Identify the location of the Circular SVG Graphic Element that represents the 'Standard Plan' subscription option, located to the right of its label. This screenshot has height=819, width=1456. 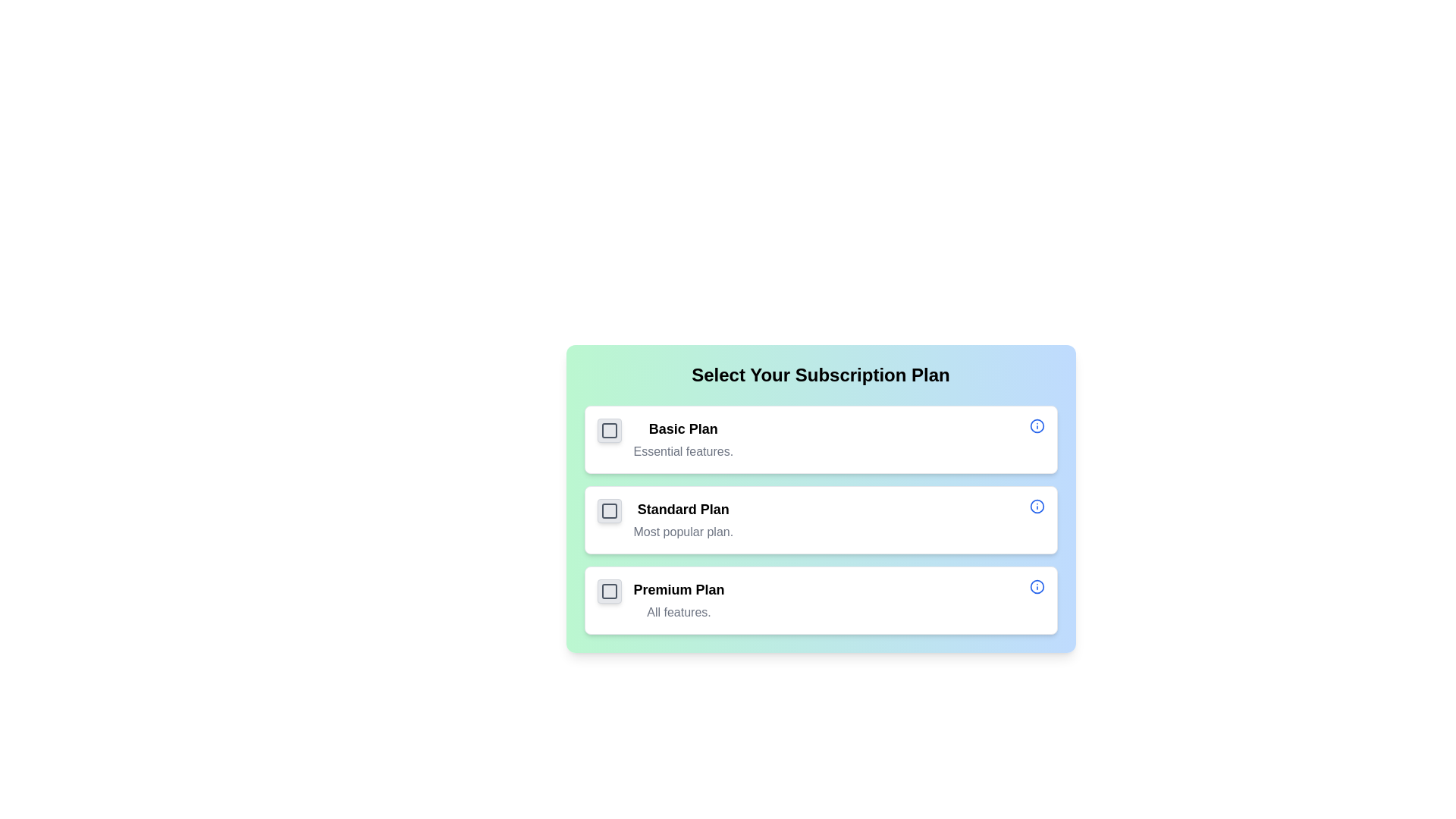
(1036, 506).